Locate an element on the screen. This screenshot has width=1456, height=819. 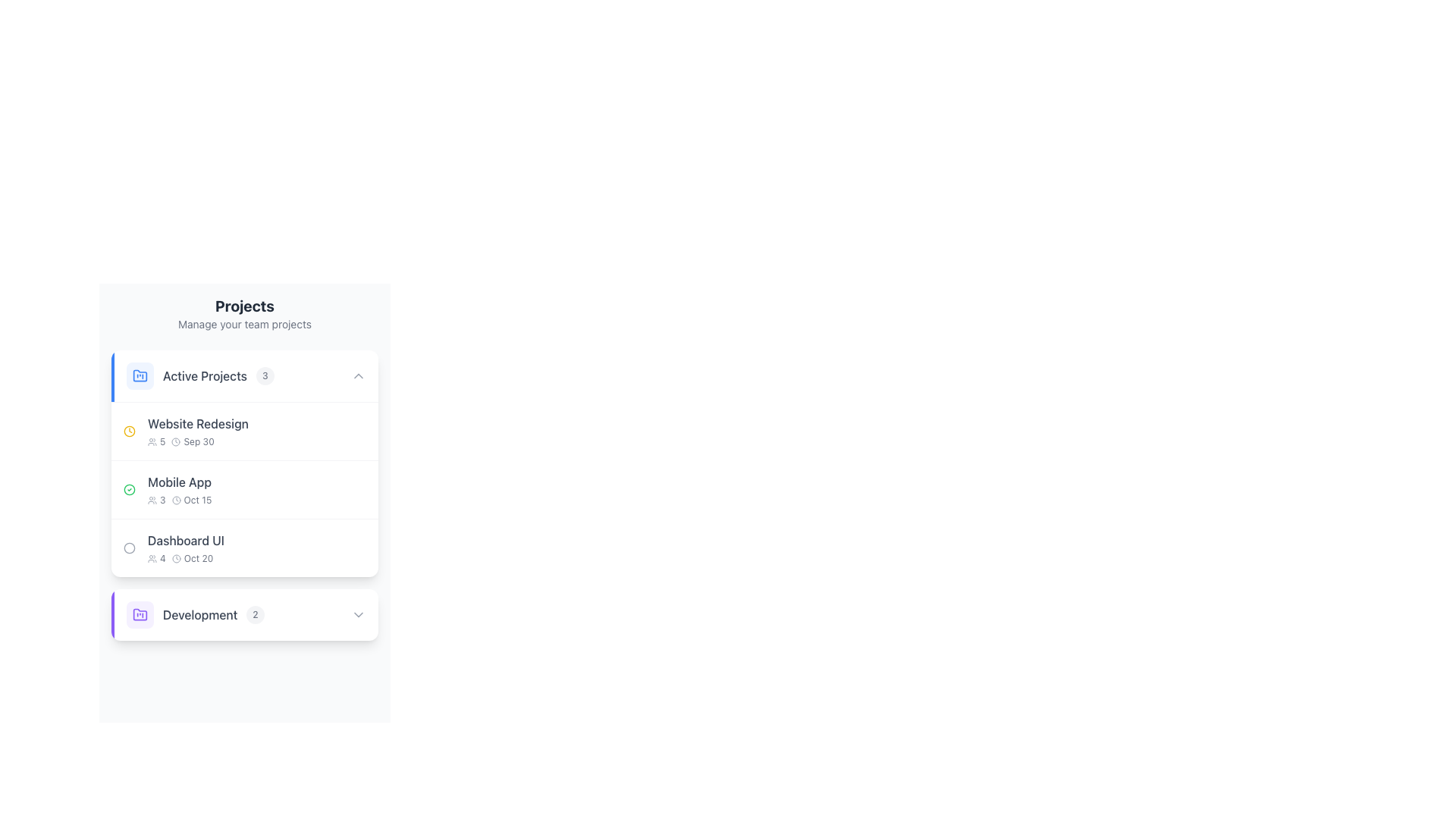
the 'Development' project card is located at coordinates (244, 614).